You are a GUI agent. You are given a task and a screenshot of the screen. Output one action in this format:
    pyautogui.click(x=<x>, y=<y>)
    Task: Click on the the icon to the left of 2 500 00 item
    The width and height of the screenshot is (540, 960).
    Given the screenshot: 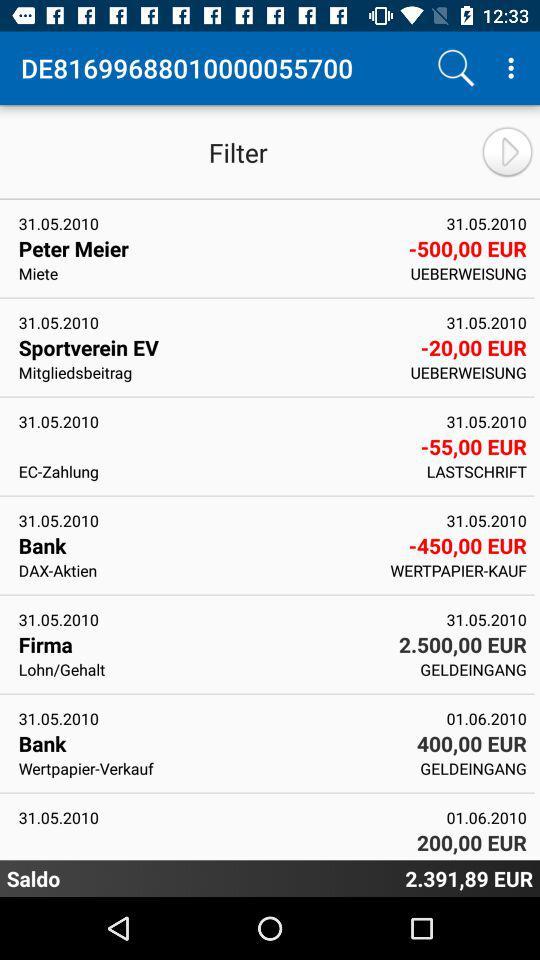 What is the action you would take?
    pyautogui.click(x=202, y=643)
    